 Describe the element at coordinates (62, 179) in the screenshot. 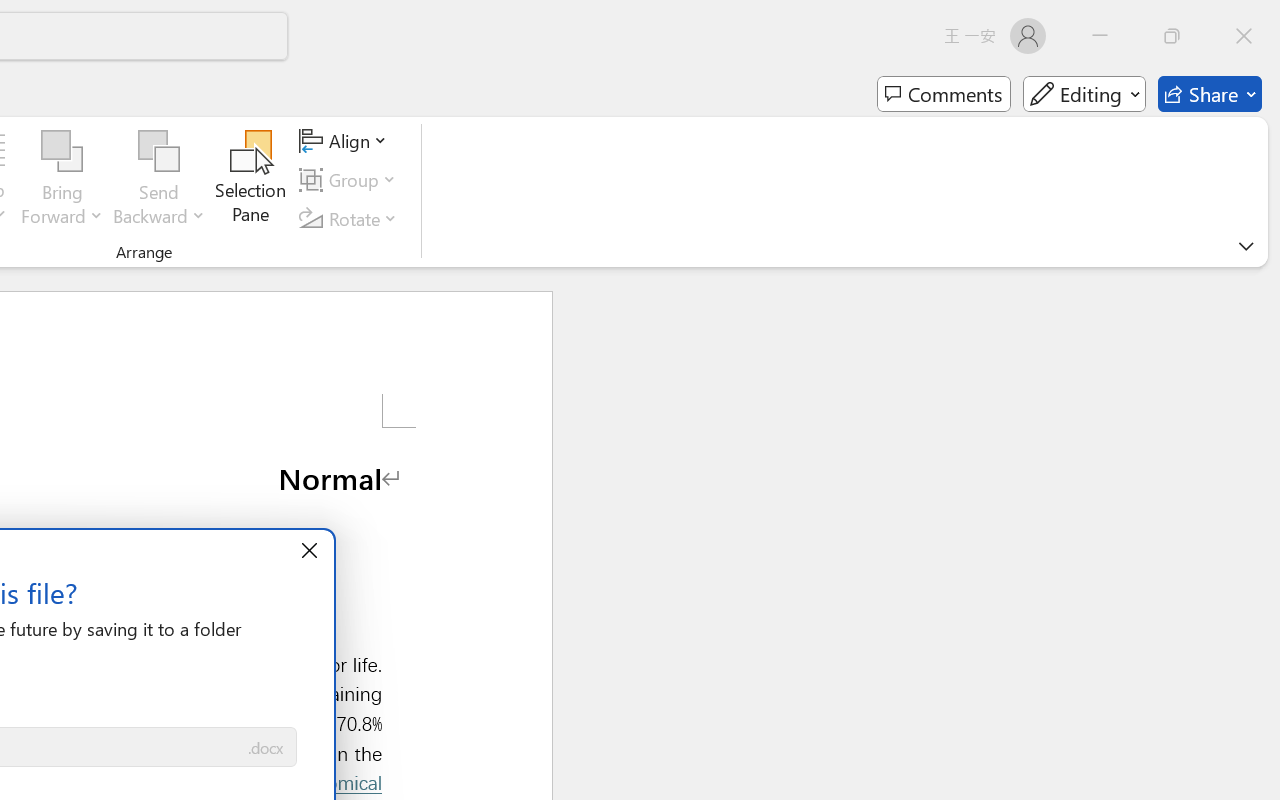

I see `'Bring Forward'` at that location.